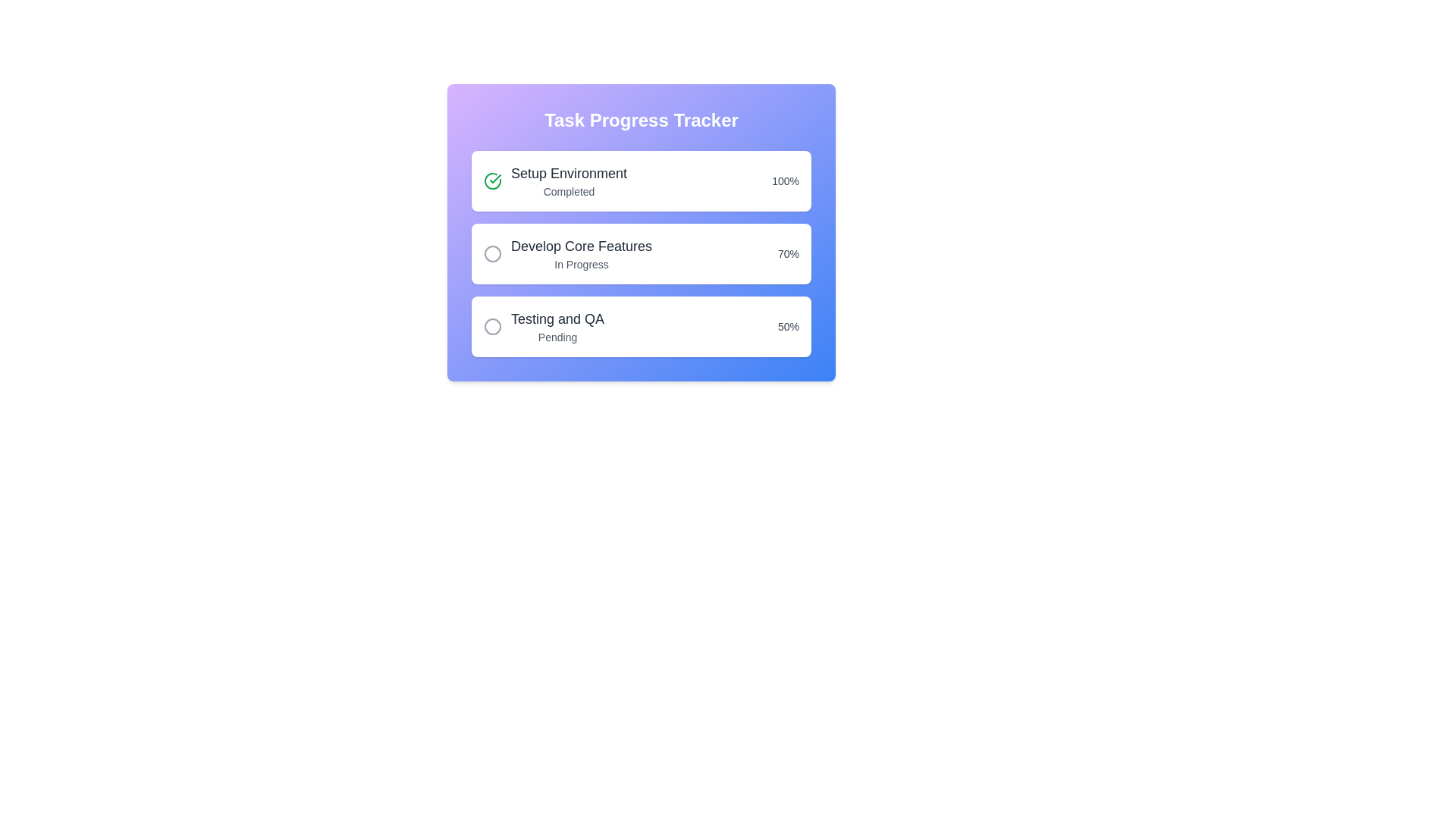 The width and height of the screenshot is (1456, 819). What do you see at coordinates (581, 245) in the screenshot?
I see `text content of the bold label that says 'Develop Core Features' located in the second task tracking card interface, positioned above the 'In Progress' text and to the right of a circular icon placeholder` at bounding box center [581, 245].